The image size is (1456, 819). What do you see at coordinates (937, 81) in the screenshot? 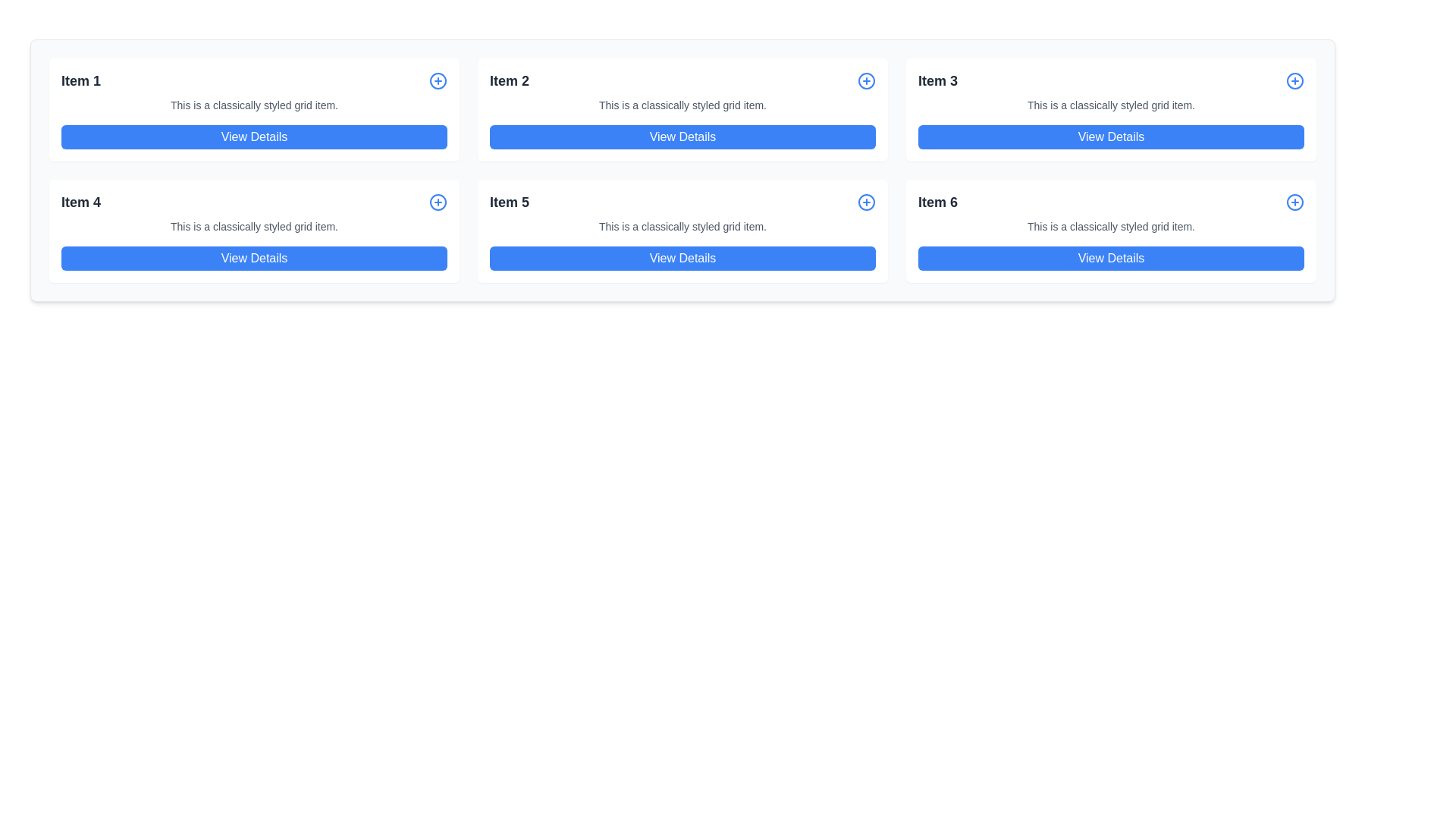
I see `the Text Label that identifies 'Item 3', located as the leftmost element in a horizontal layout with a heading, description, and action button` at bounding box center [937, 81].